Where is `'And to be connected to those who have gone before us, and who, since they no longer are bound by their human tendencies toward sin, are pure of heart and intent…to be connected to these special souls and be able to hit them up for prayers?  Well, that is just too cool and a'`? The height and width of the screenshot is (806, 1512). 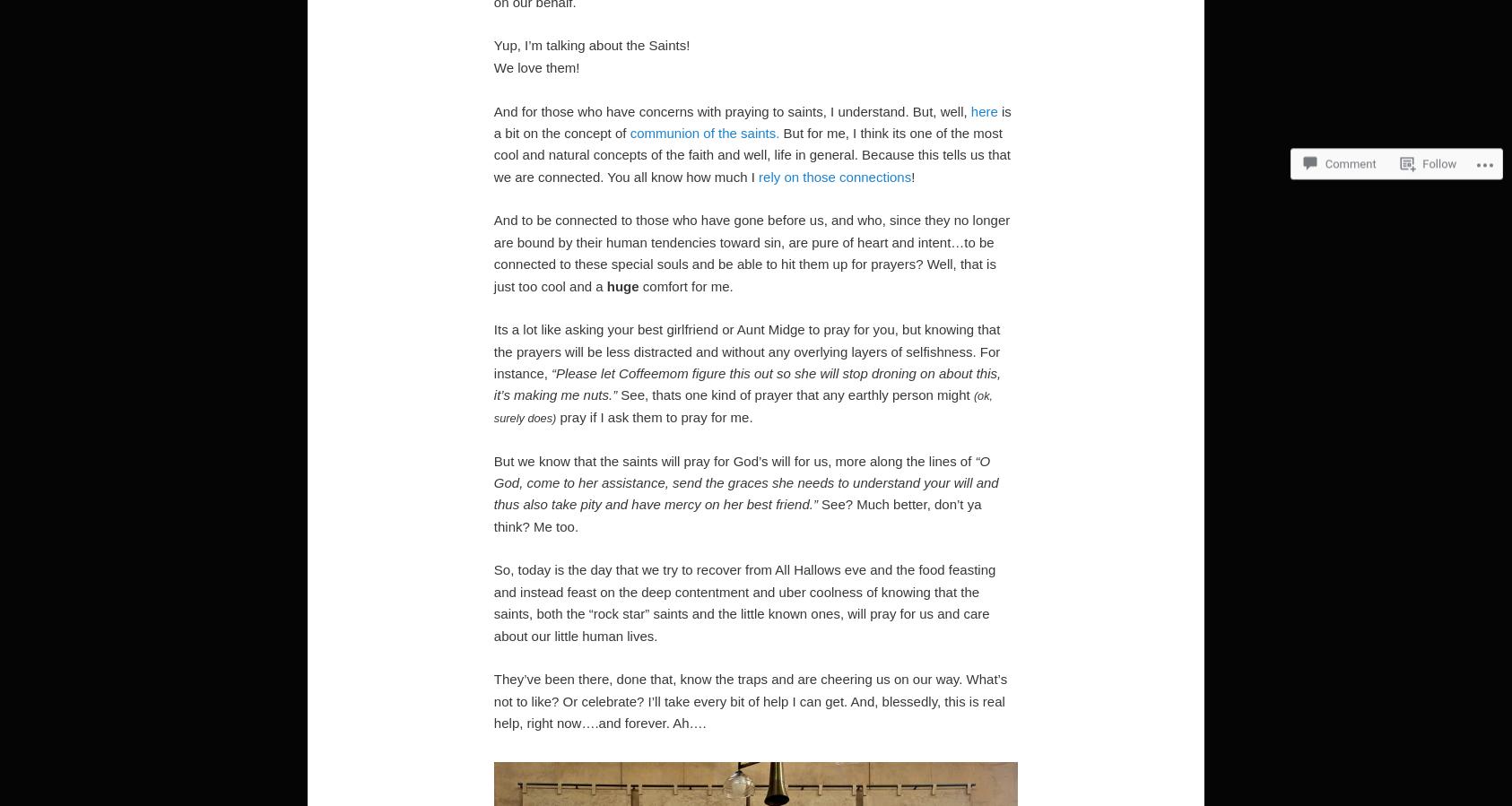 'And to be connected to those who have gone before us, and who, since they no longer are bound by their human tendencies toward sin, are pure of heart and intent…to be connected to these special souls and be able to hit them up for prayers?  Well, that is just too cool and a' is located at coordinates (751, 253).